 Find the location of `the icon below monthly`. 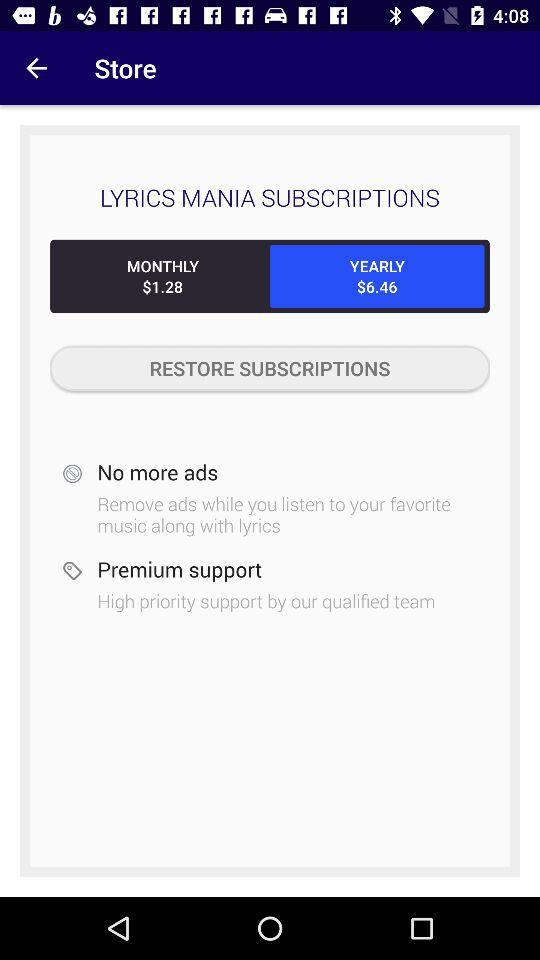

the icon below monthly is located at coordinates (270, 367).